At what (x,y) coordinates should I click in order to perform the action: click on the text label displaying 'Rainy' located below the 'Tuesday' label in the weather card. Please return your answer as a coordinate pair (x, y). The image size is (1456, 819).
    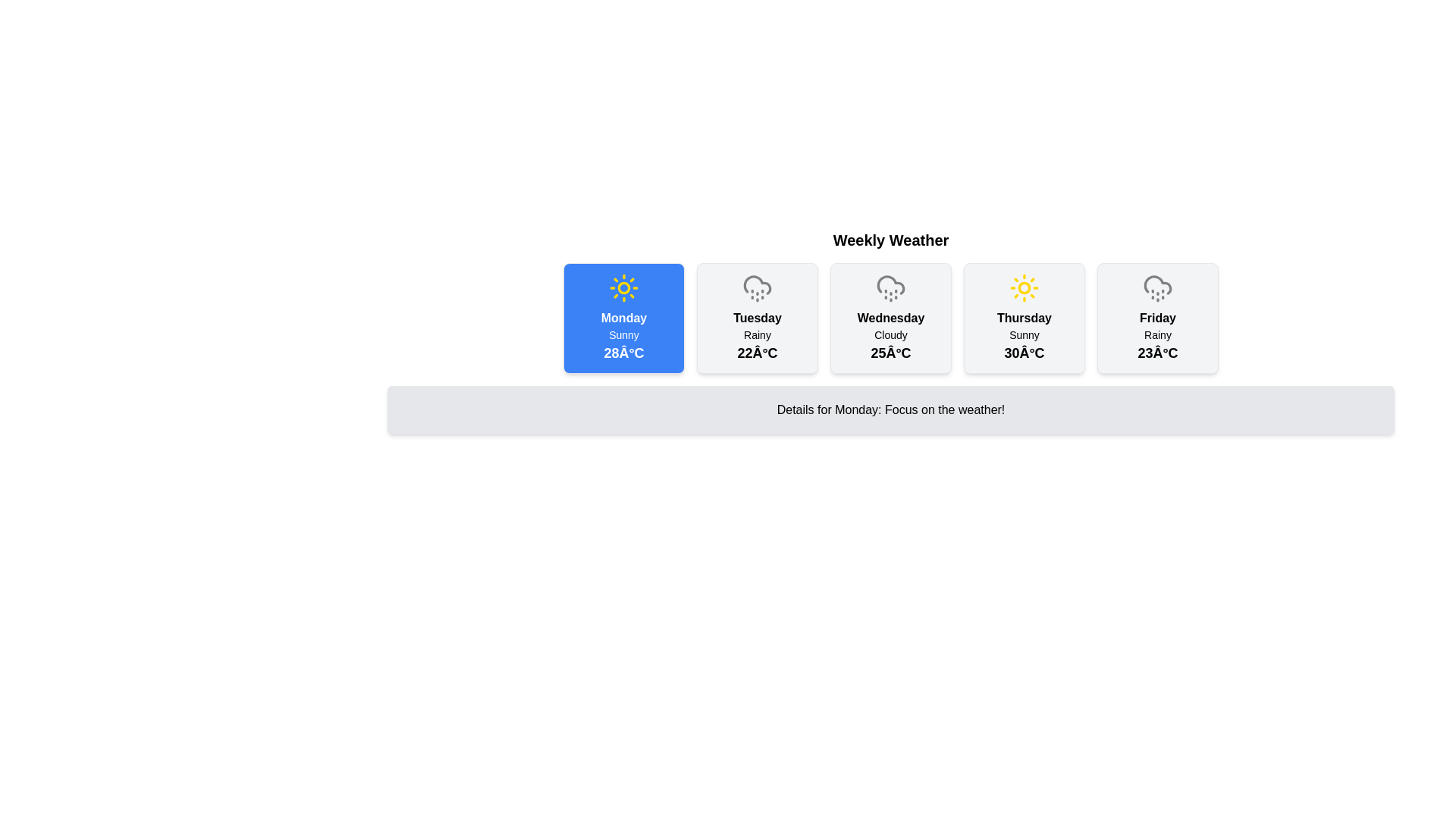
    Looking at the image, I should click on (757, 334).